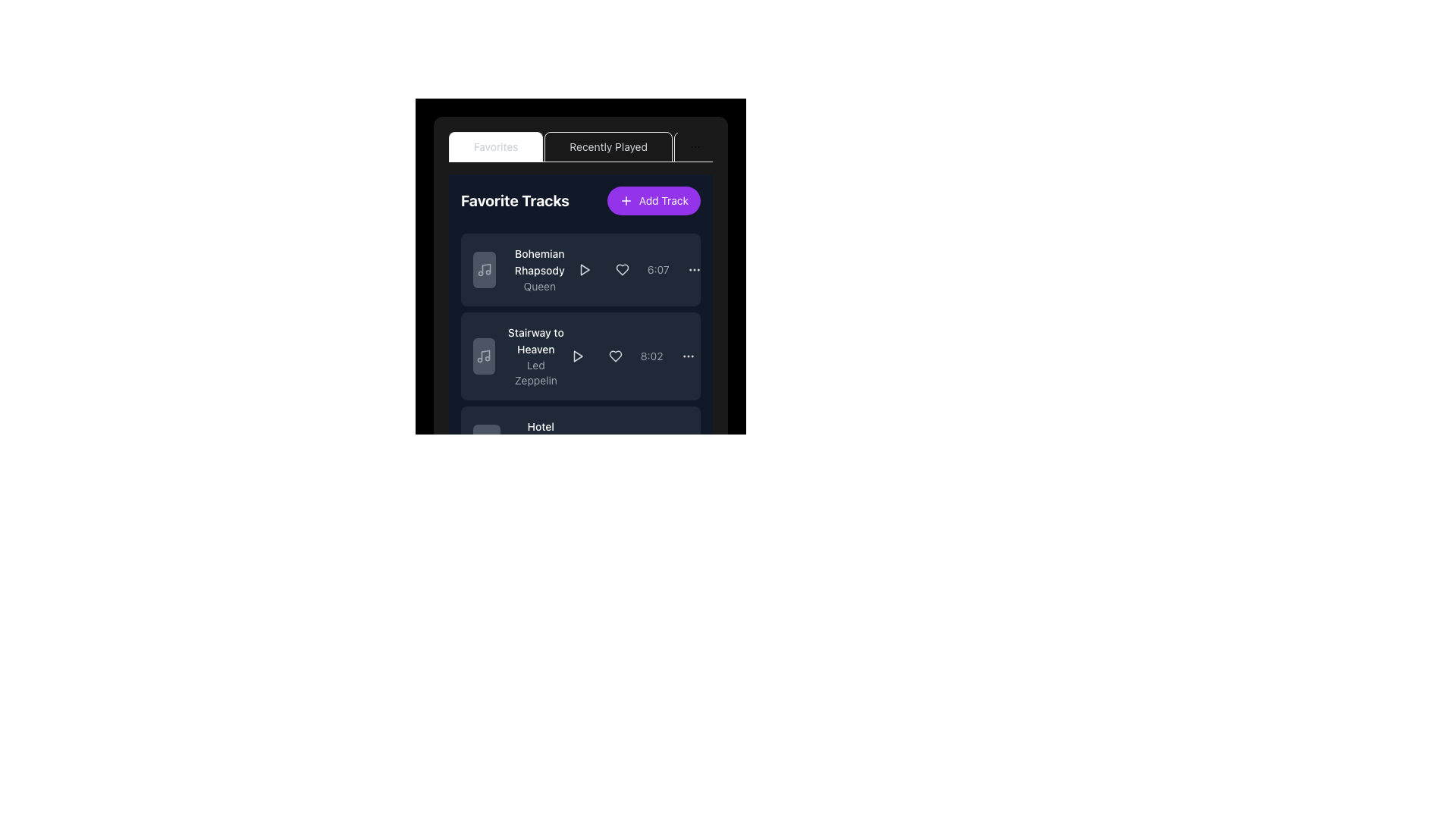 The width and height of the screenshot is (1456, 819). What do you see at coordinates (654, 200) in the screenshot?
I see `the button that adds a new track to the favorite tracks list, located in the upper-right portion of the 'Favorite Tracks' section` at bounding box center [654, 200].